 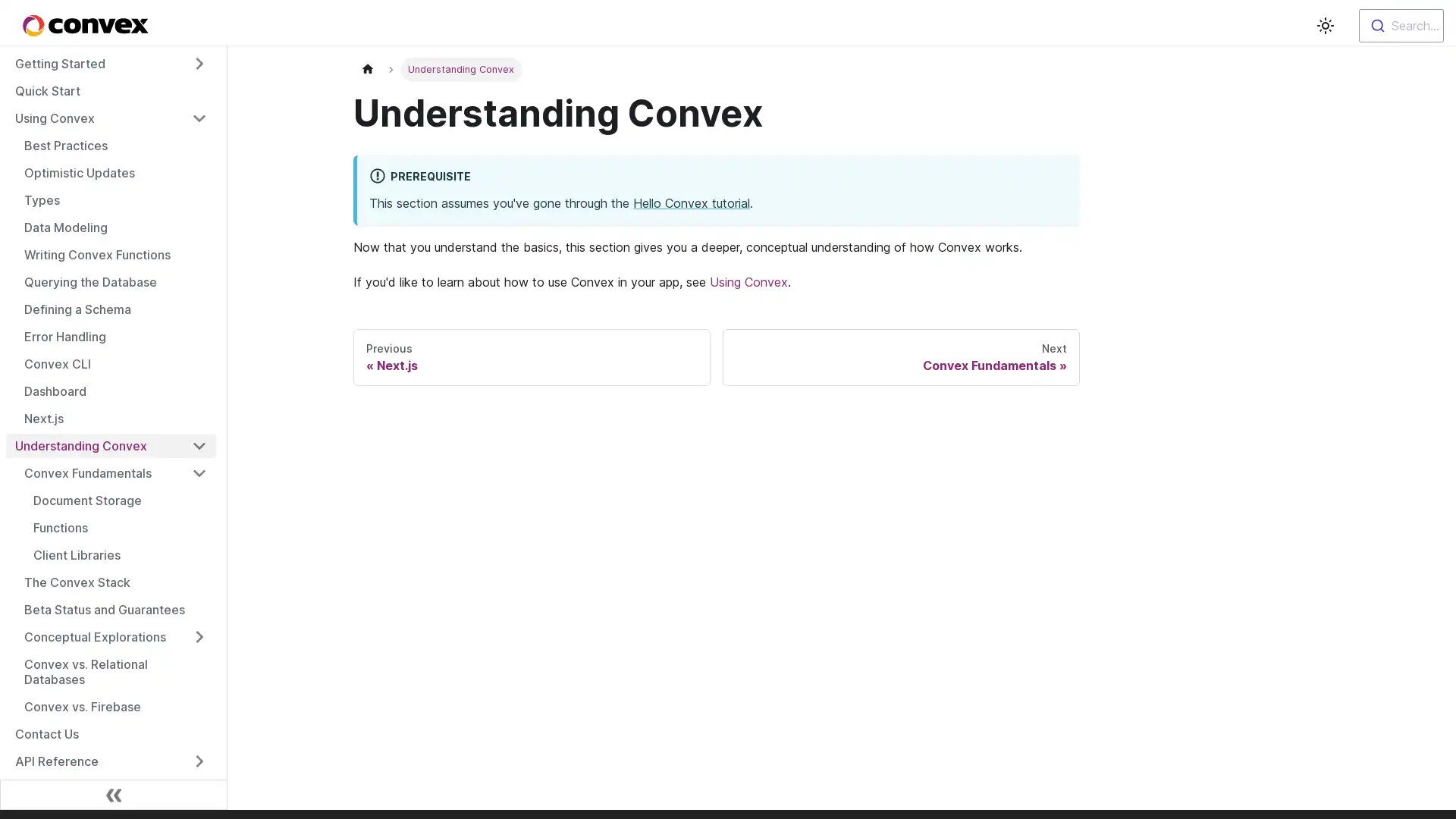 What do you see at coordinates (1324, 26) in the screenshot?
I see `Switch between dark and light mode (currently light mode)` at bounding box center [1324, 26].